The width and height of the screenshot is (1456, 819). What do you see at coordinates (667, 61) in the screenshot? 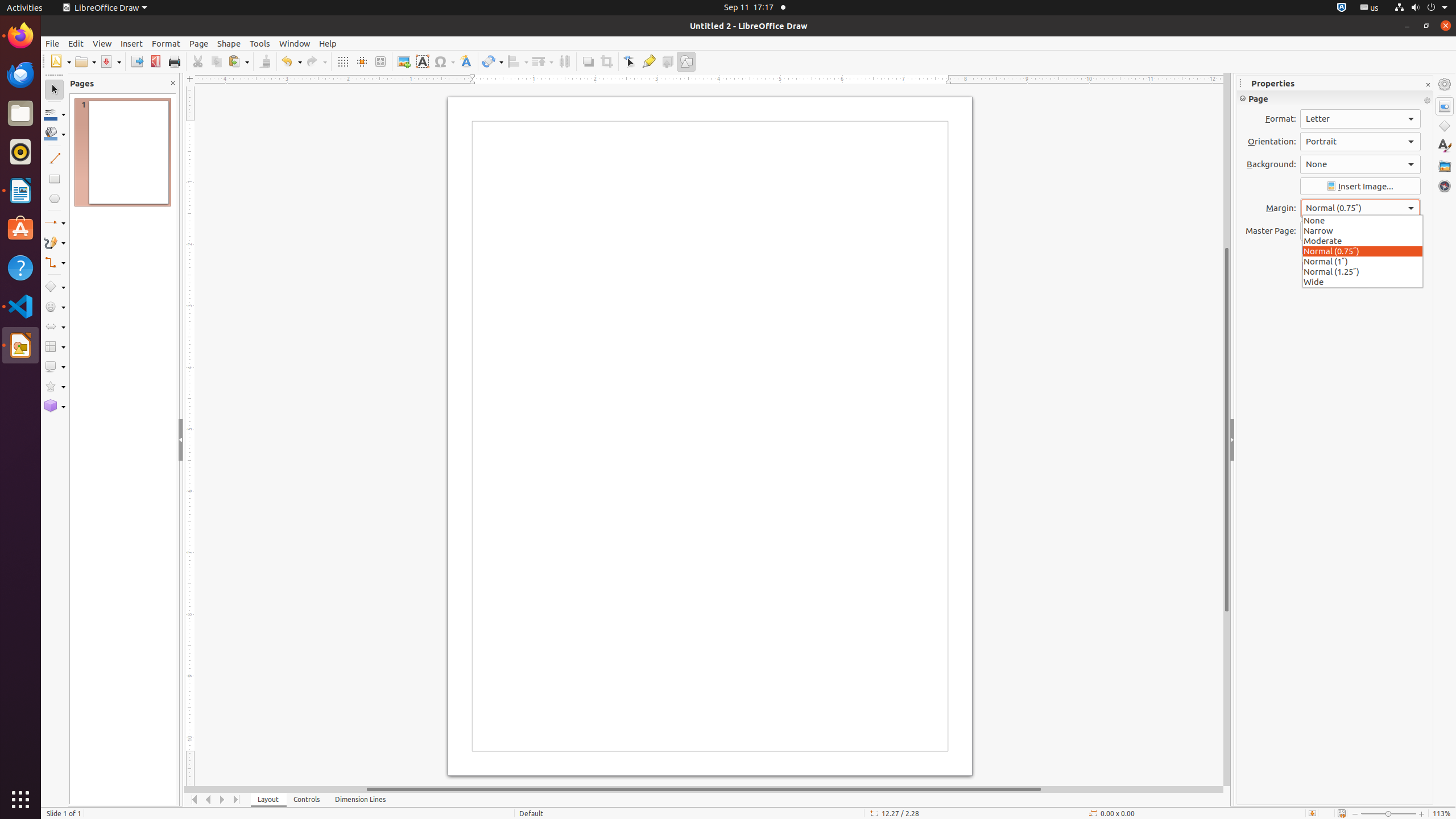
I see `'Toggle Extrusion'` at bounding box center [667, 61].